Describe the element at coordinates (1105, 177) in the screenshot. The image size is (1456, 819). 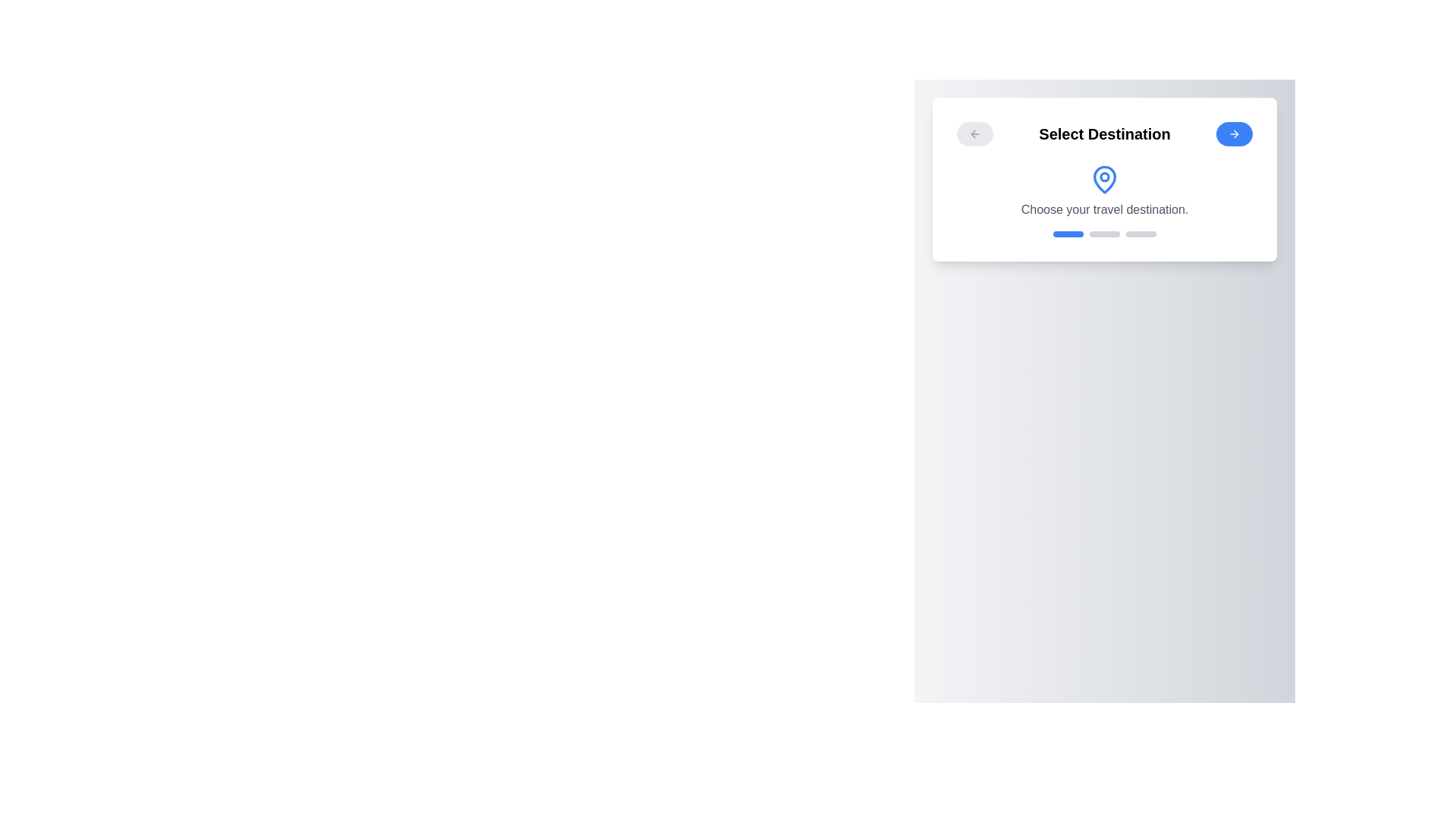
I see `the location marker icon, which is positioned within a centered card layout, above the text 'Choose your travel destination' and below the title 'Select Destination'` at that location.